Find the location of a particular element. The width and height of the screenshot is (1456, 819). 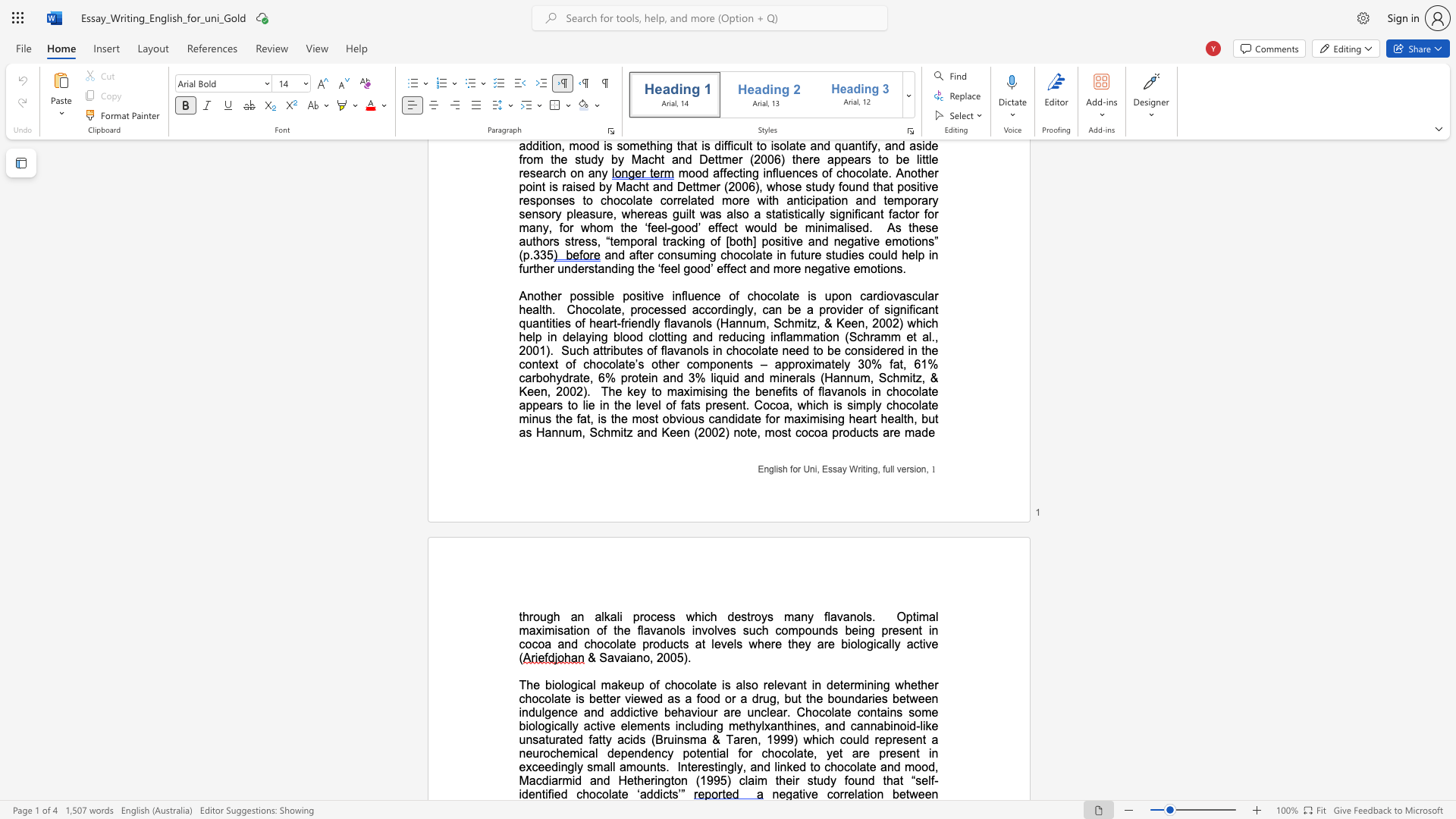

the subset text "ptimal maximisation of the flavanols involves such compounds being present in cocoa and chocolate products at levels where they are biolo" within the text "Optimal maximisation of the flavanols involves such compounds being present in cocoa and chocolate products at levels where they are biologically active (" is located at coordinates (905, 617).